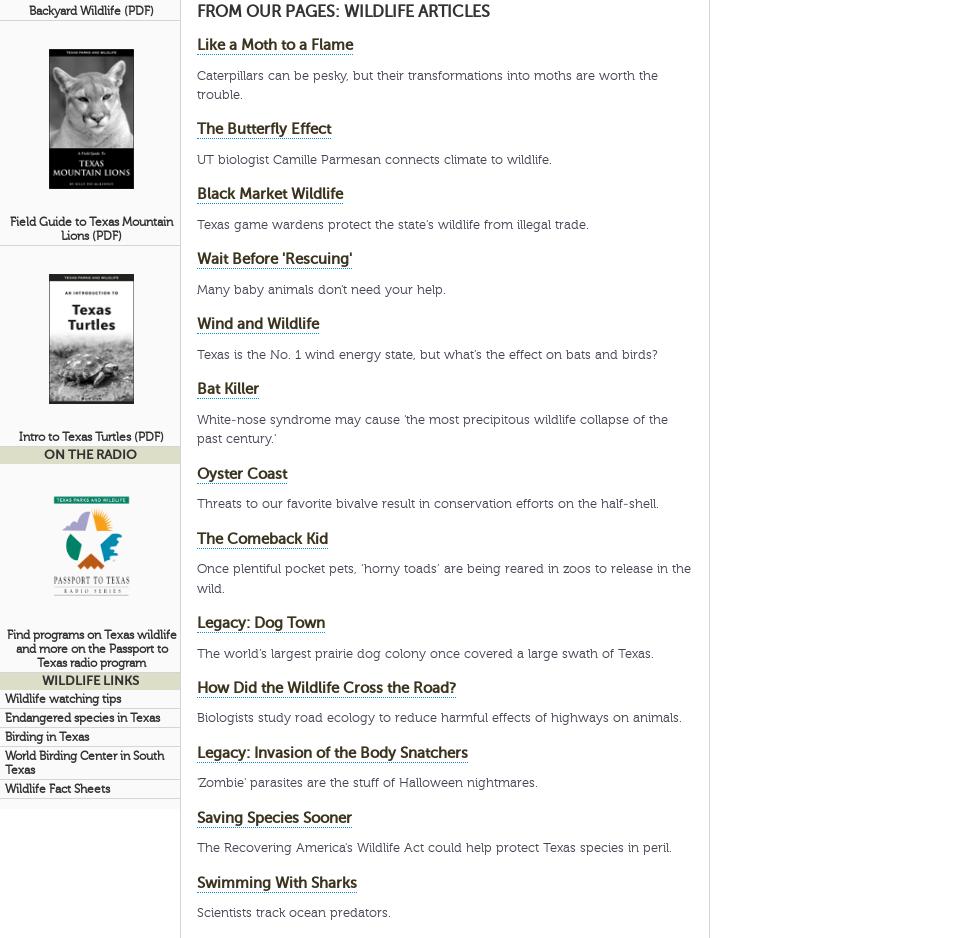  I want to click on 'White-nose syndrome may cause 'the most precipitous wildlife collapse of the past century.'', so click(432, 429).